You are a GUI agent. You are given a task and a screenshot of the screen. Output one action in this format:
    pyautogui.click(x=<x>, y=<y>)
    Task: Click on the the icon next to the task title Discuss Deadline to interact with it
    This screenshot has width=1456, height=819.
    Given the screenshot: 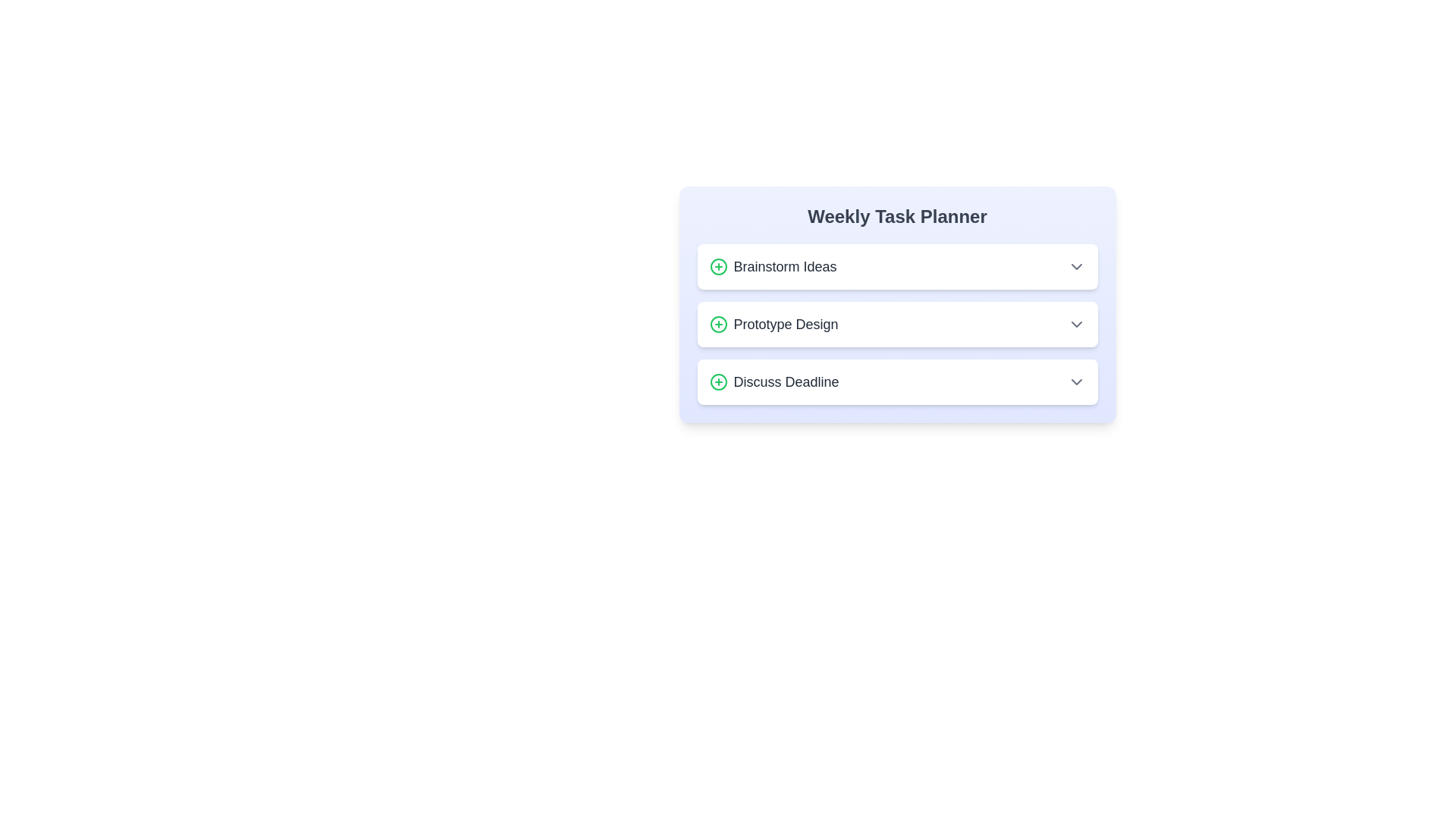 What is the action you would take?
    pyautogui.click(x=717, y=381)
    